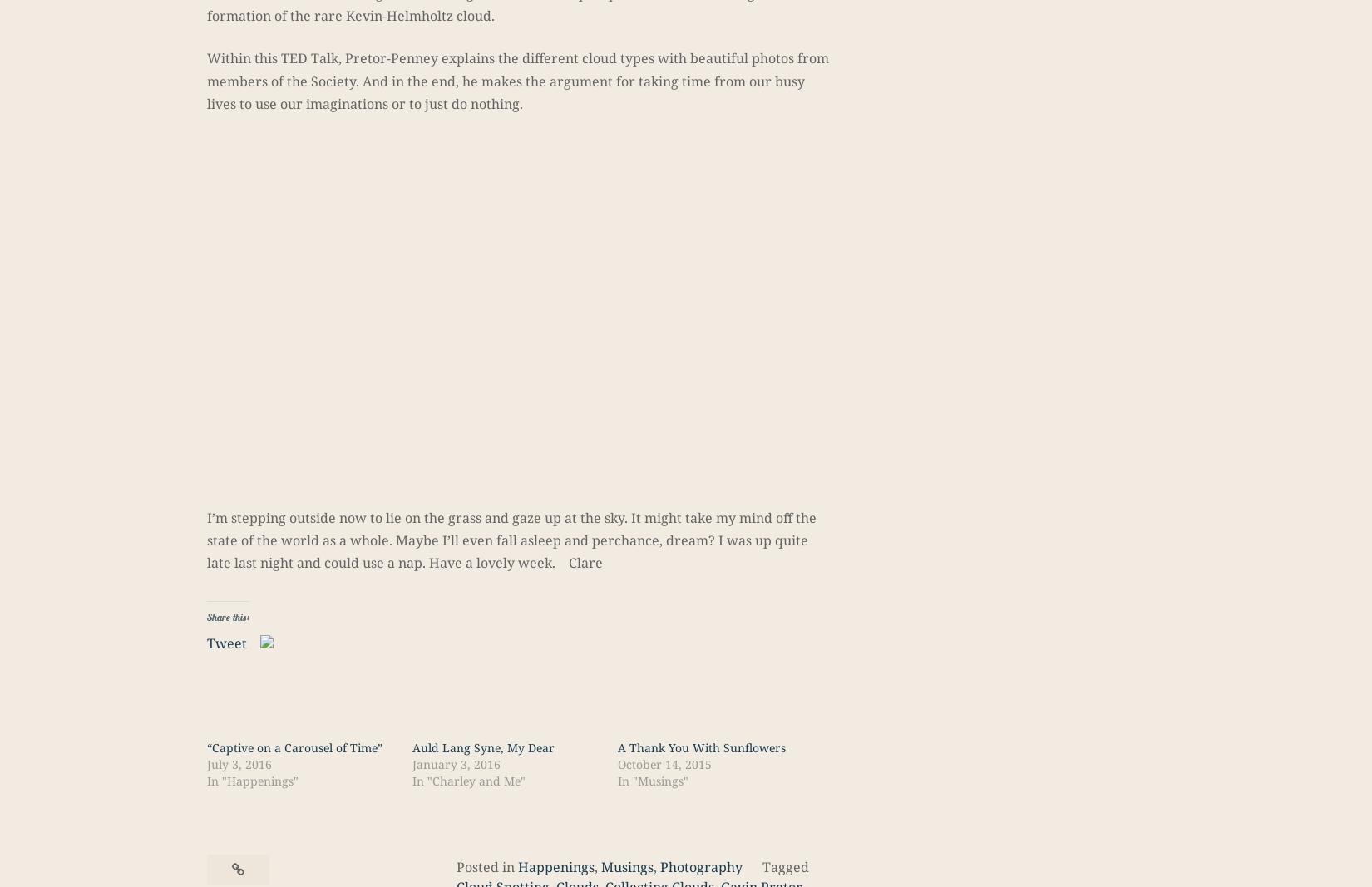  I want to click on 'Within this TED Talk, Pretor-Penney explains the different cloud types with beautiful photos from members of the Society. And in the end, he makes the argument for taking time from our busy lives to use our imaginations or to just do nothing.', so click(517, 79).